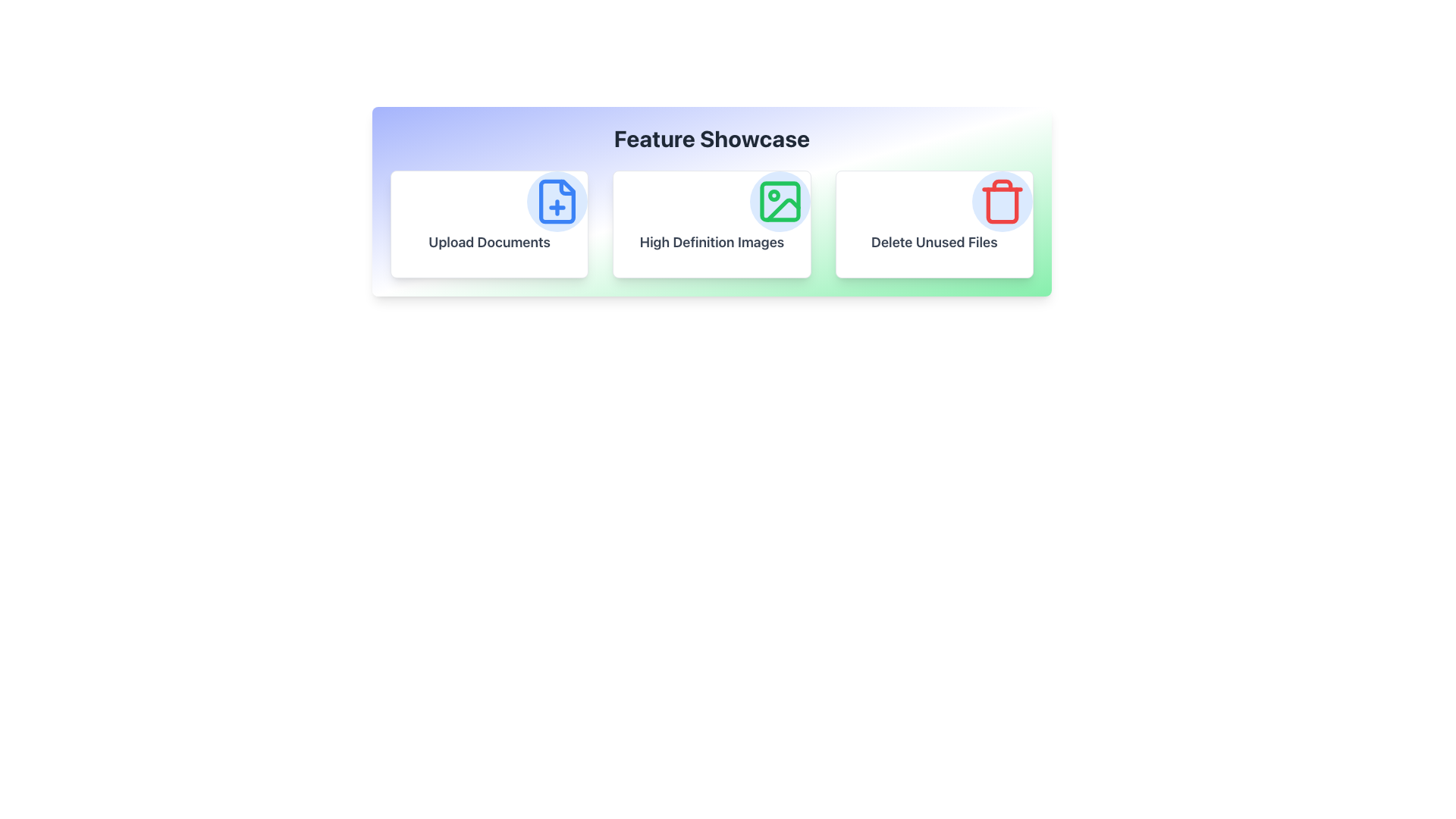 Image resolution: width=1456 pixels, height=819 pixels. I want to click on the second card in the feature showcase section, so click(711, 224).